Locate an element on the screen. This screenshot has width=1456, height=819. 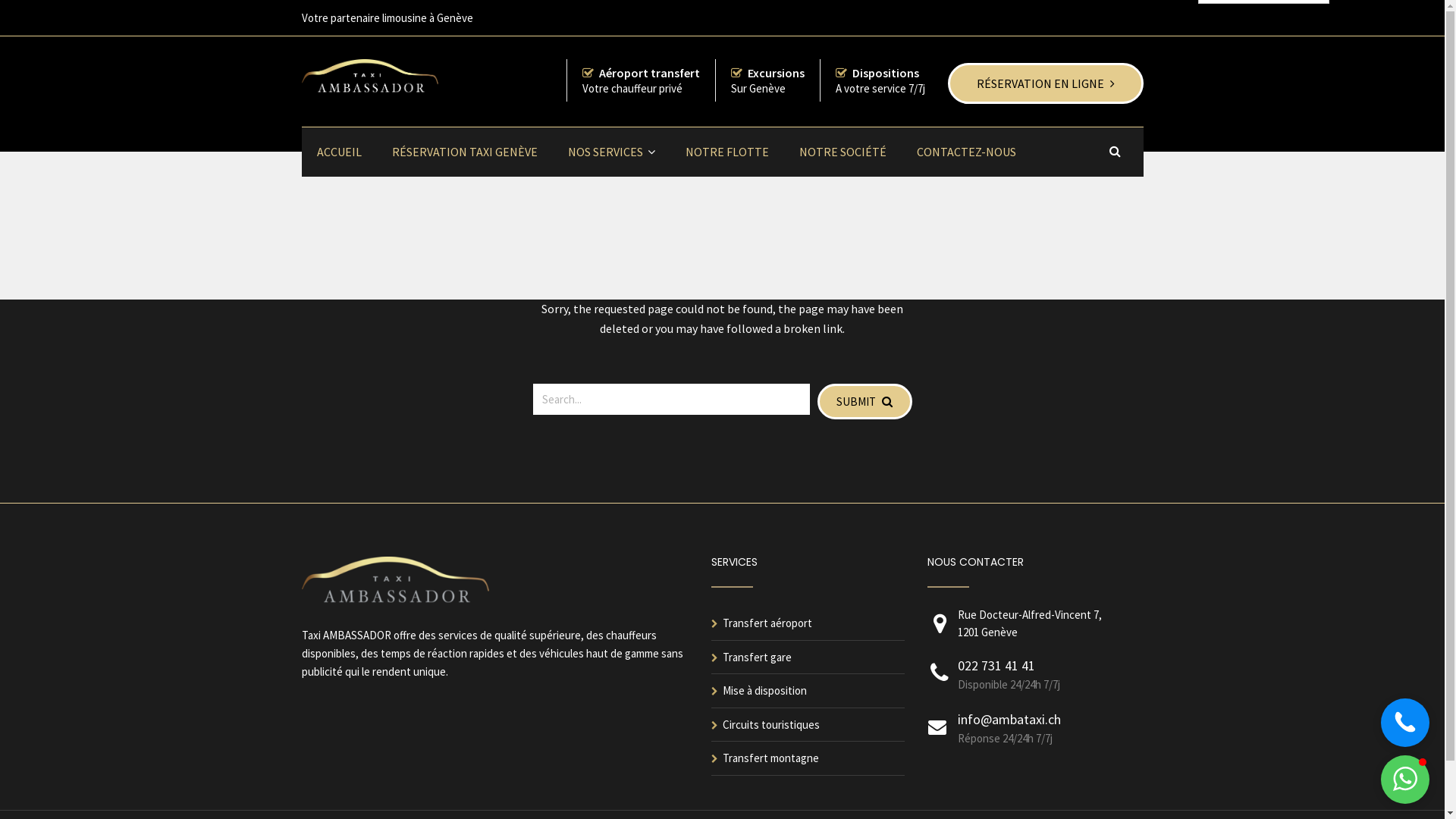
'Circuits touristiques' is located at coordinates (770, 723).